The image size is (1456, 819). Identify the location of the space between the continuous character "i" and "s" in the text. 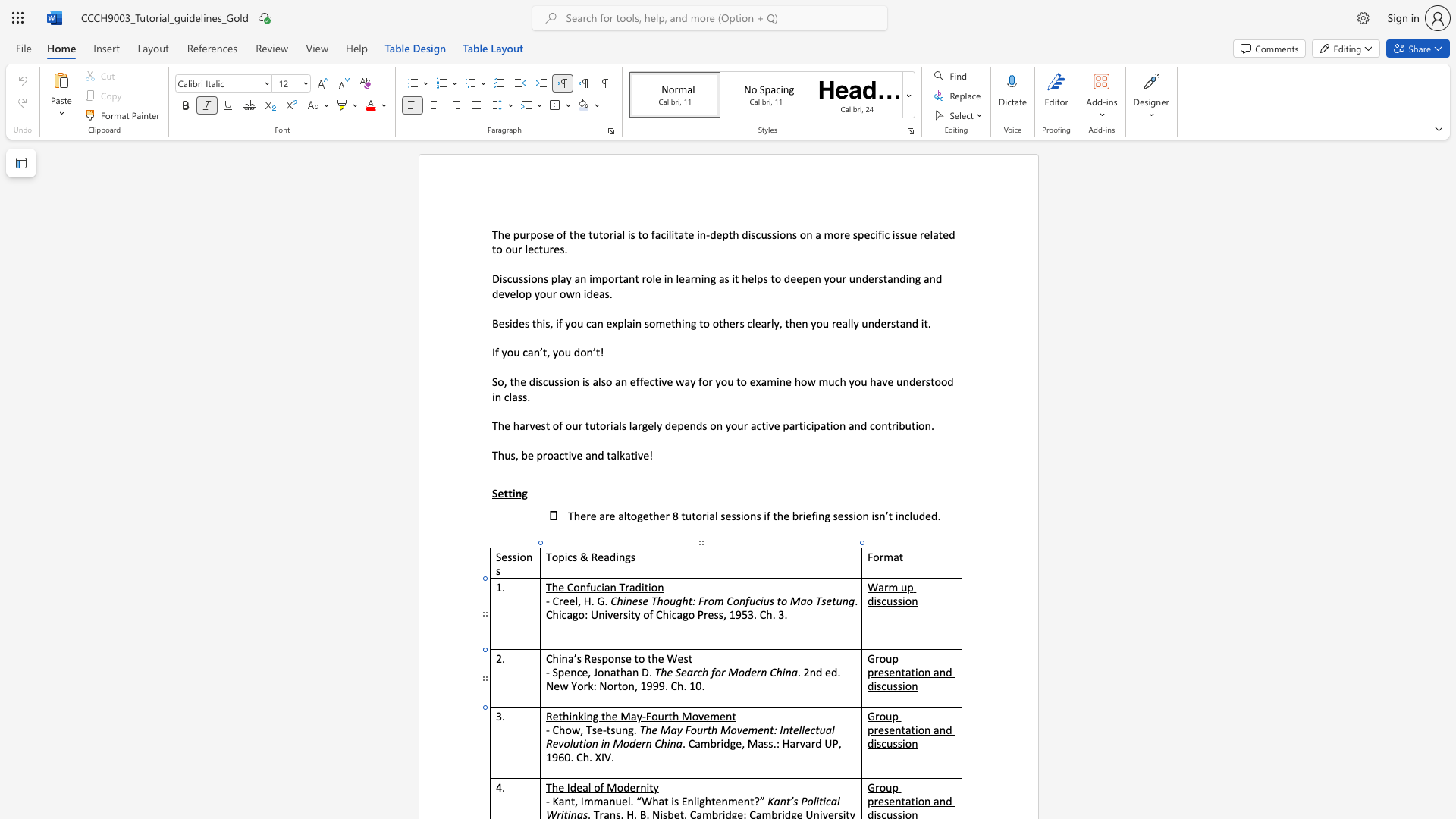
(877, 686).